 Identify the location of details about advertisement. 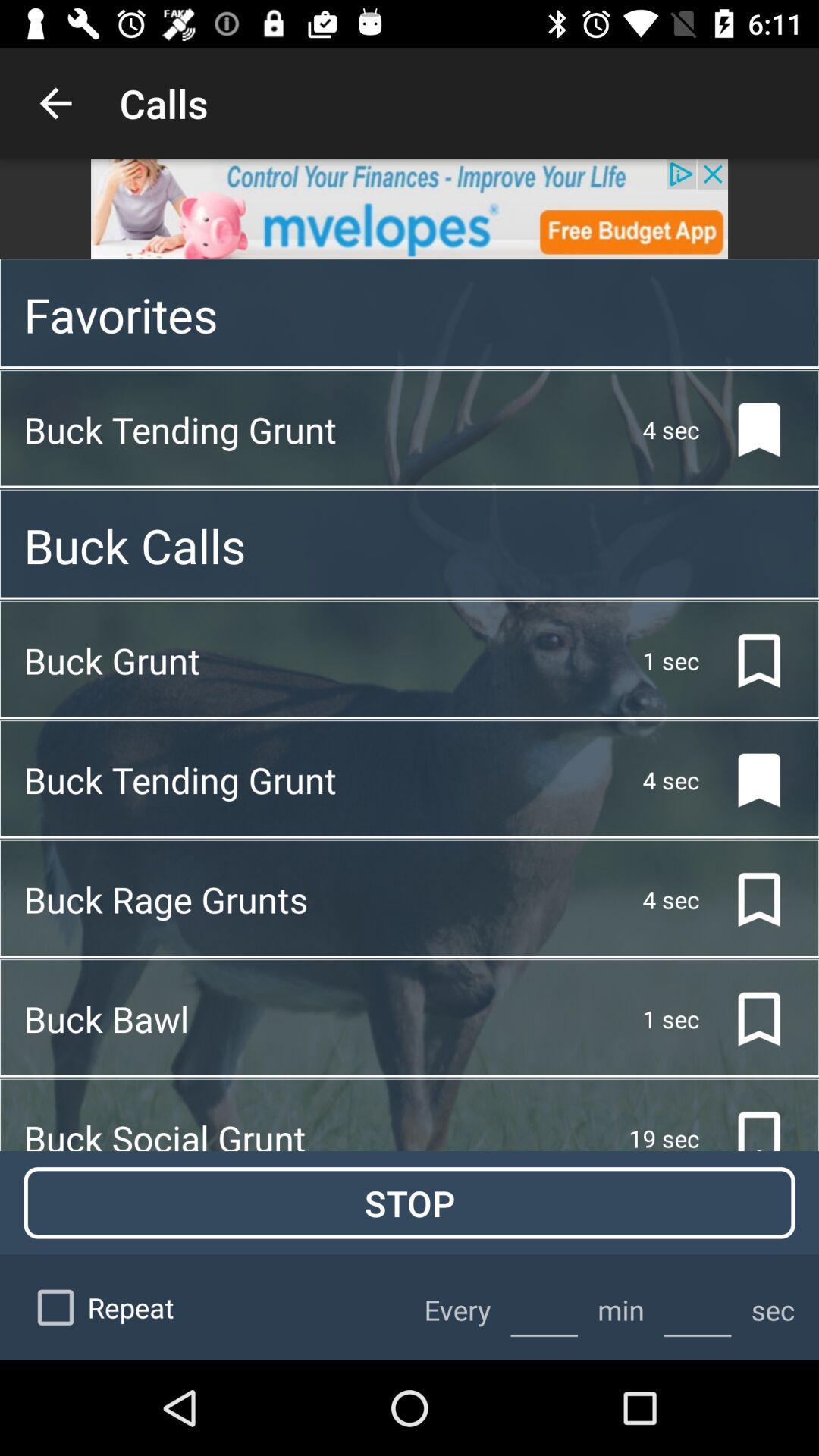
(409, 208).